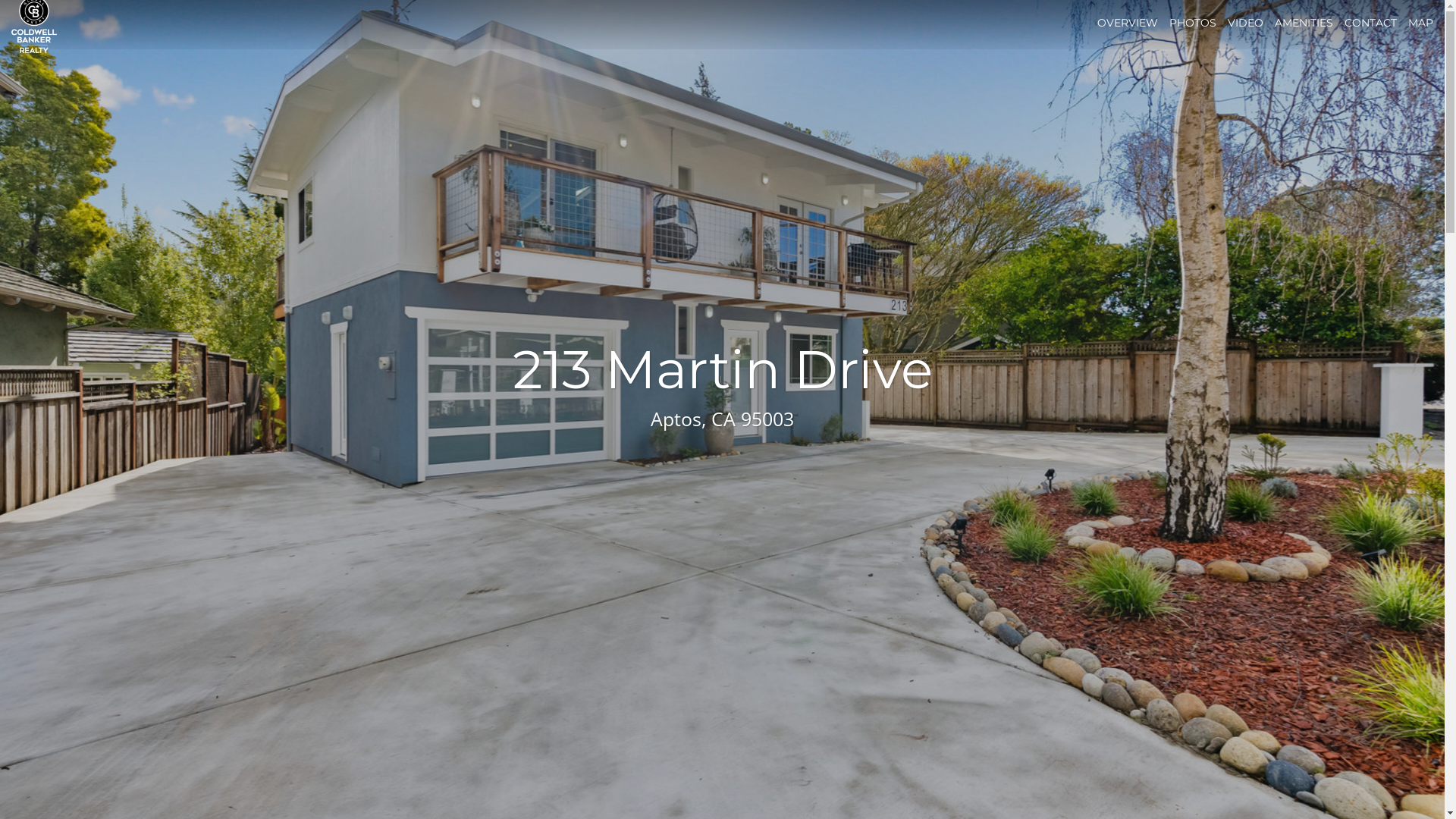  Describe the element at coordinates (1303, 23) in the screenshot. I see `'AMENITIES'` at that location.